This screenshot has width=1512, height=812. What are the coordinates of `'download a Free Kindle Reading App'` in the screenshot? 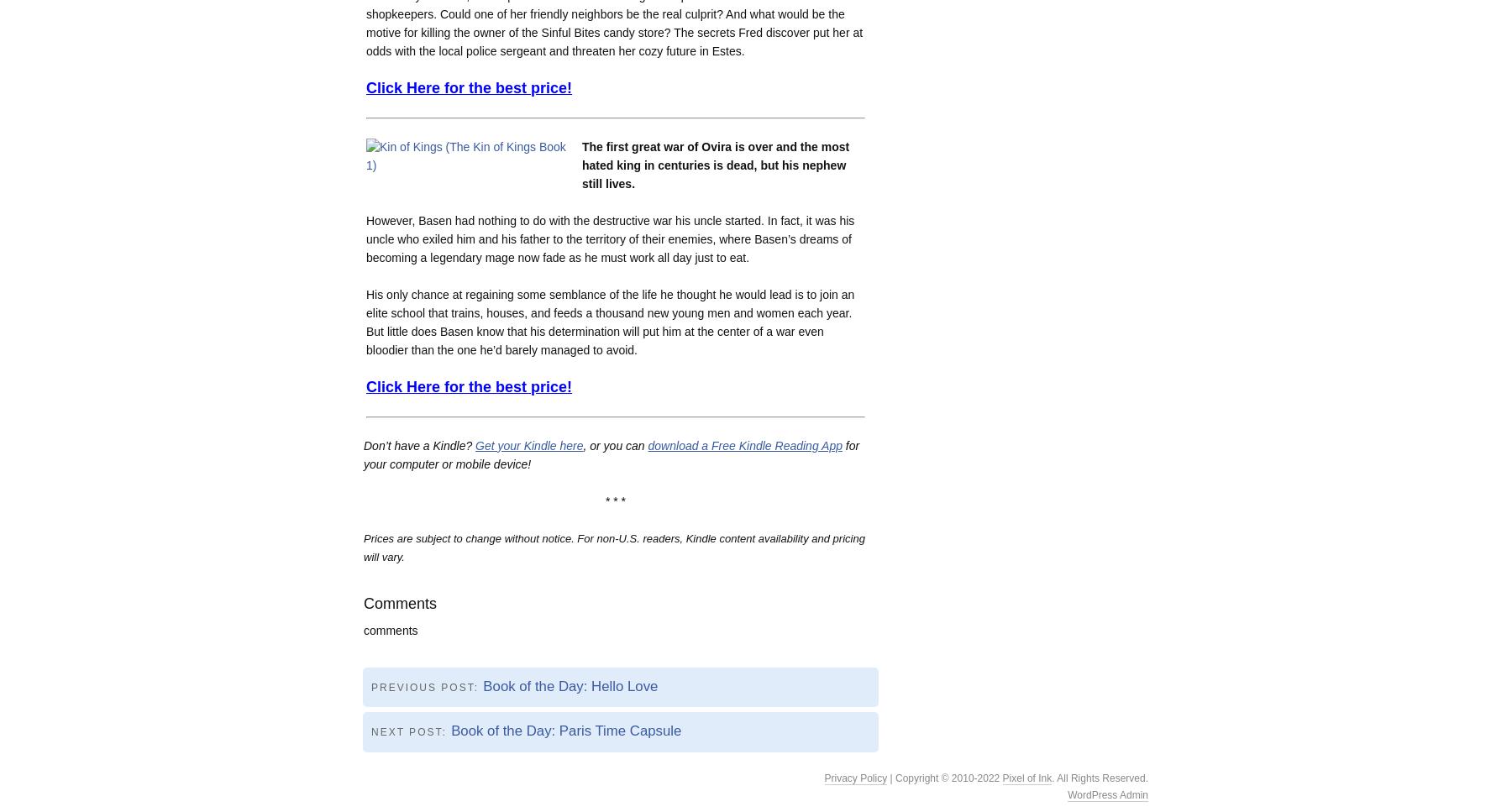 It's located at (646, 445).